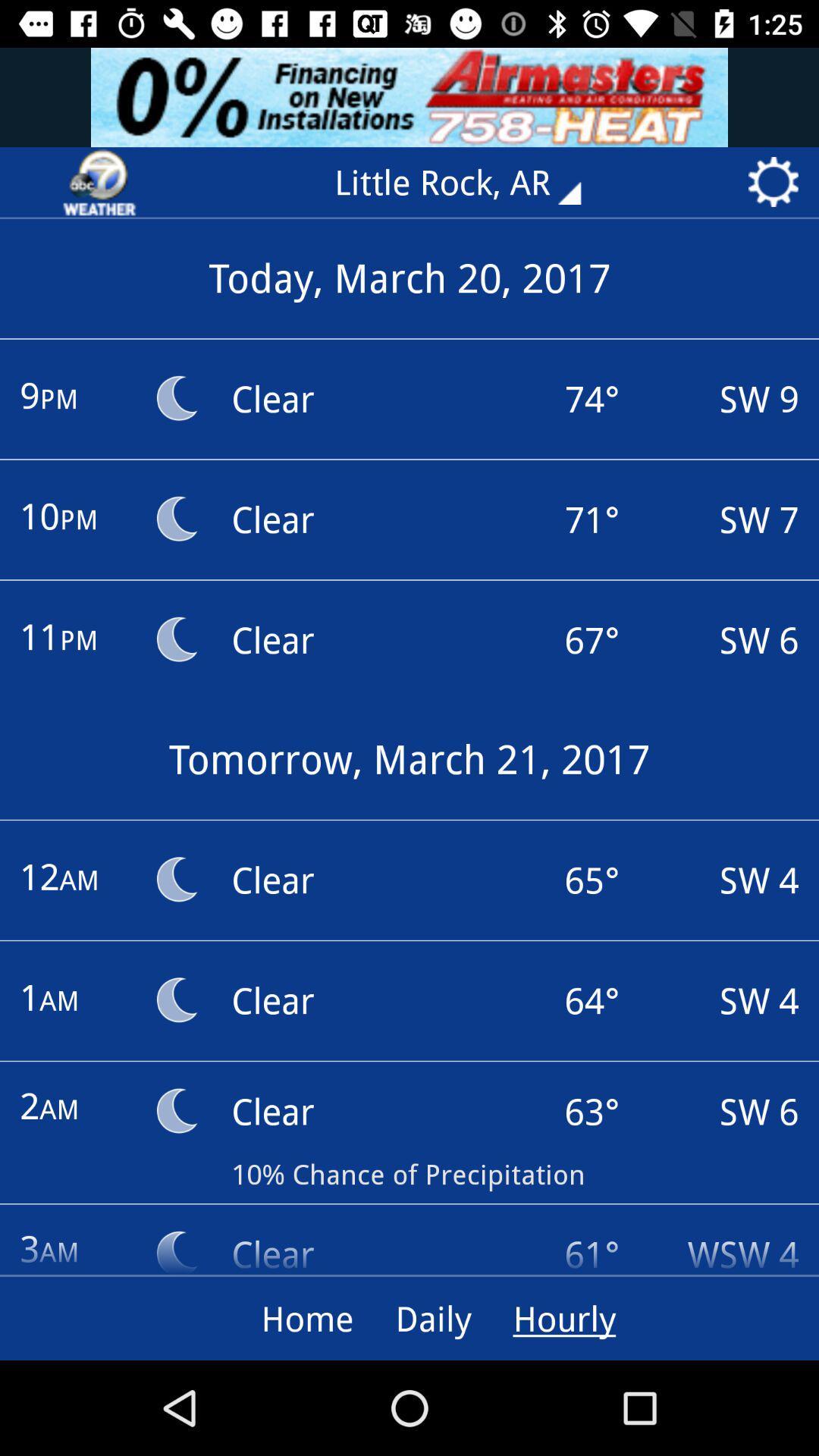  I want to click on advertisement, so click(409, 96).